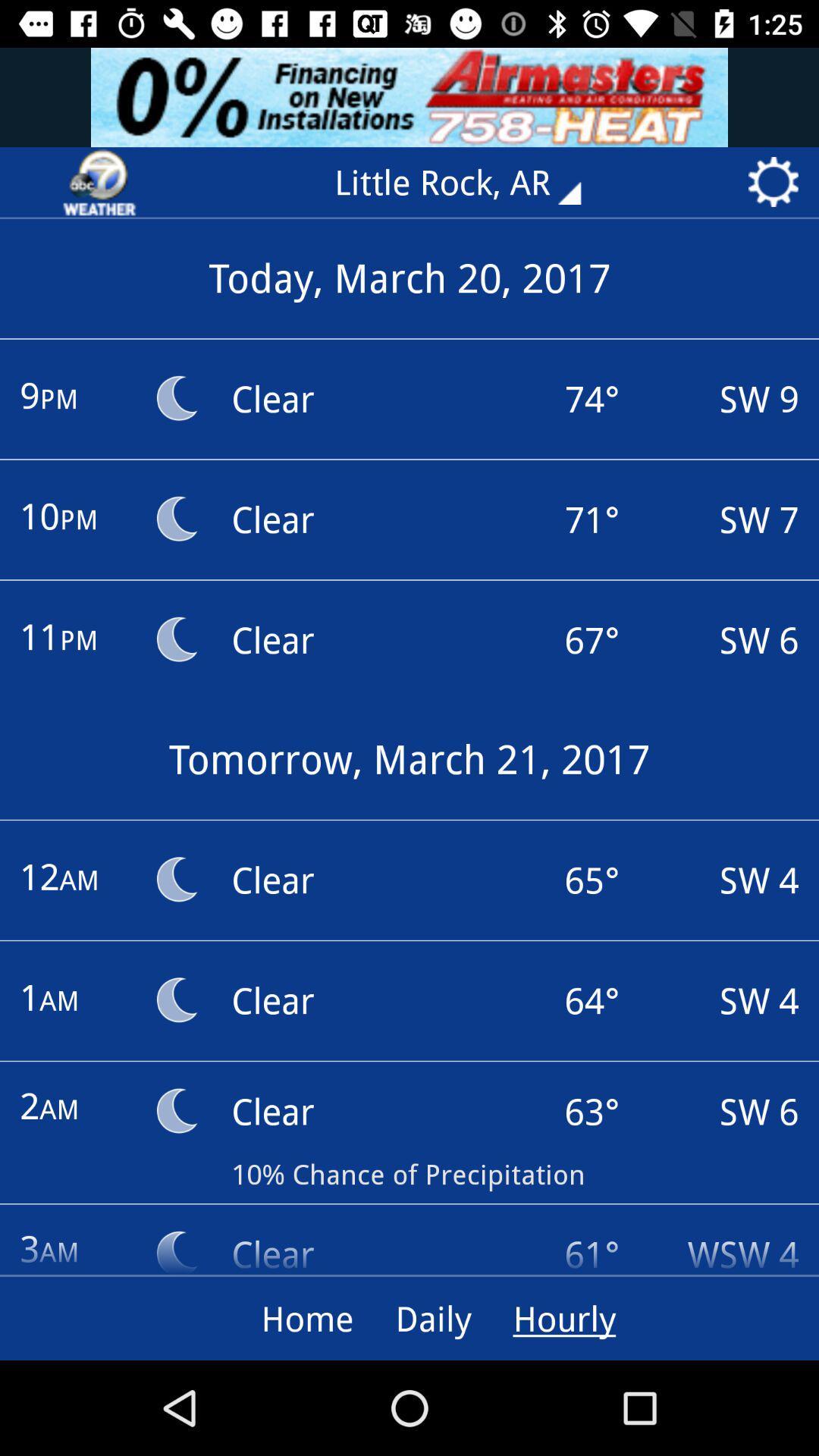  I want to click on advertisement, so click(409, 96).